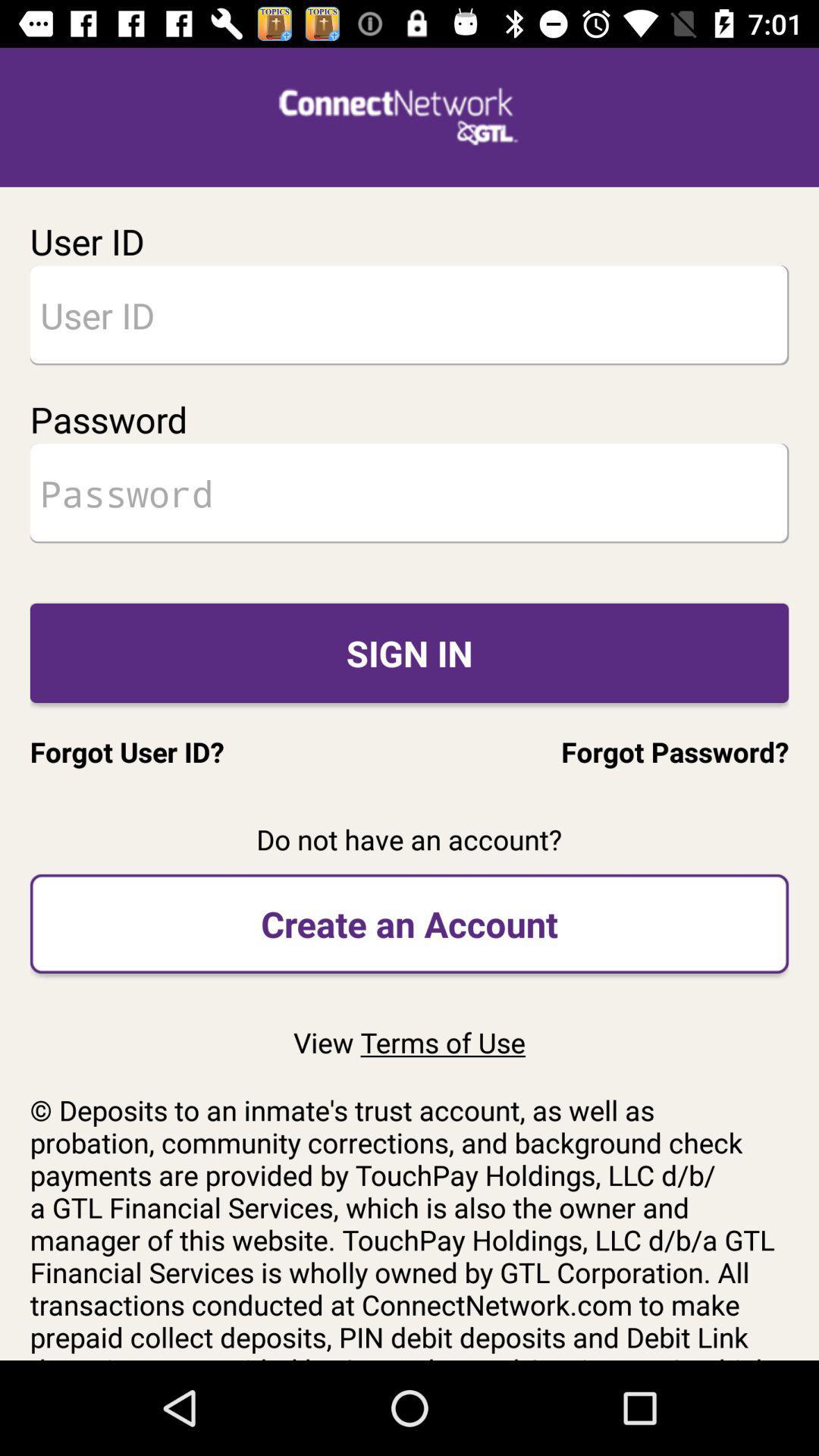 This screenshot has height=1456, width=819. What do you see at coordinates (409, 1041) in the screenshot?
I see `the item below create an account` at bounding box center [409, 1041].